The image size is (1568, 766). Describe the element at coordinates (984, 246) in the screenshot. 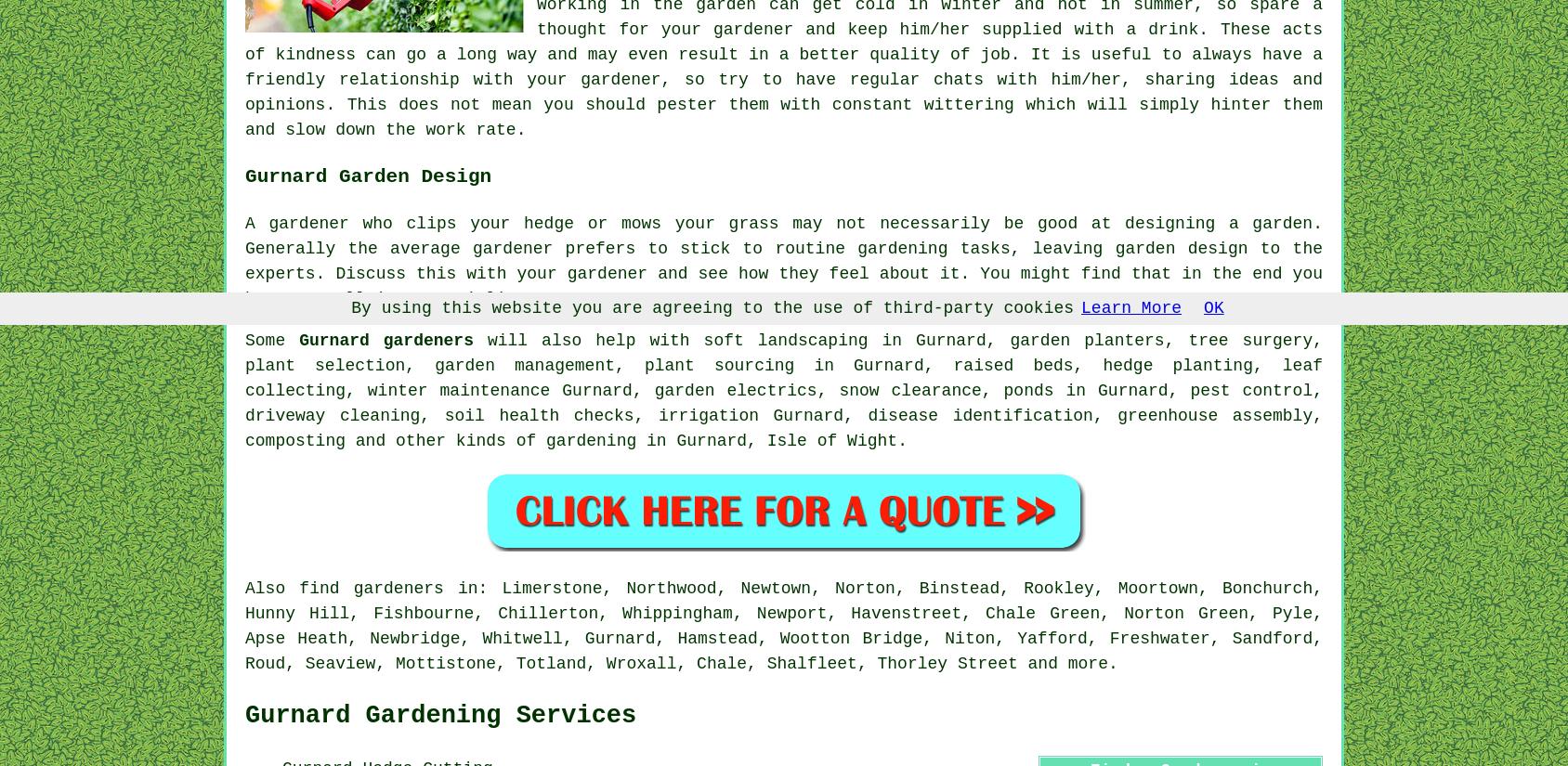

I see `'tasks'` at that location.